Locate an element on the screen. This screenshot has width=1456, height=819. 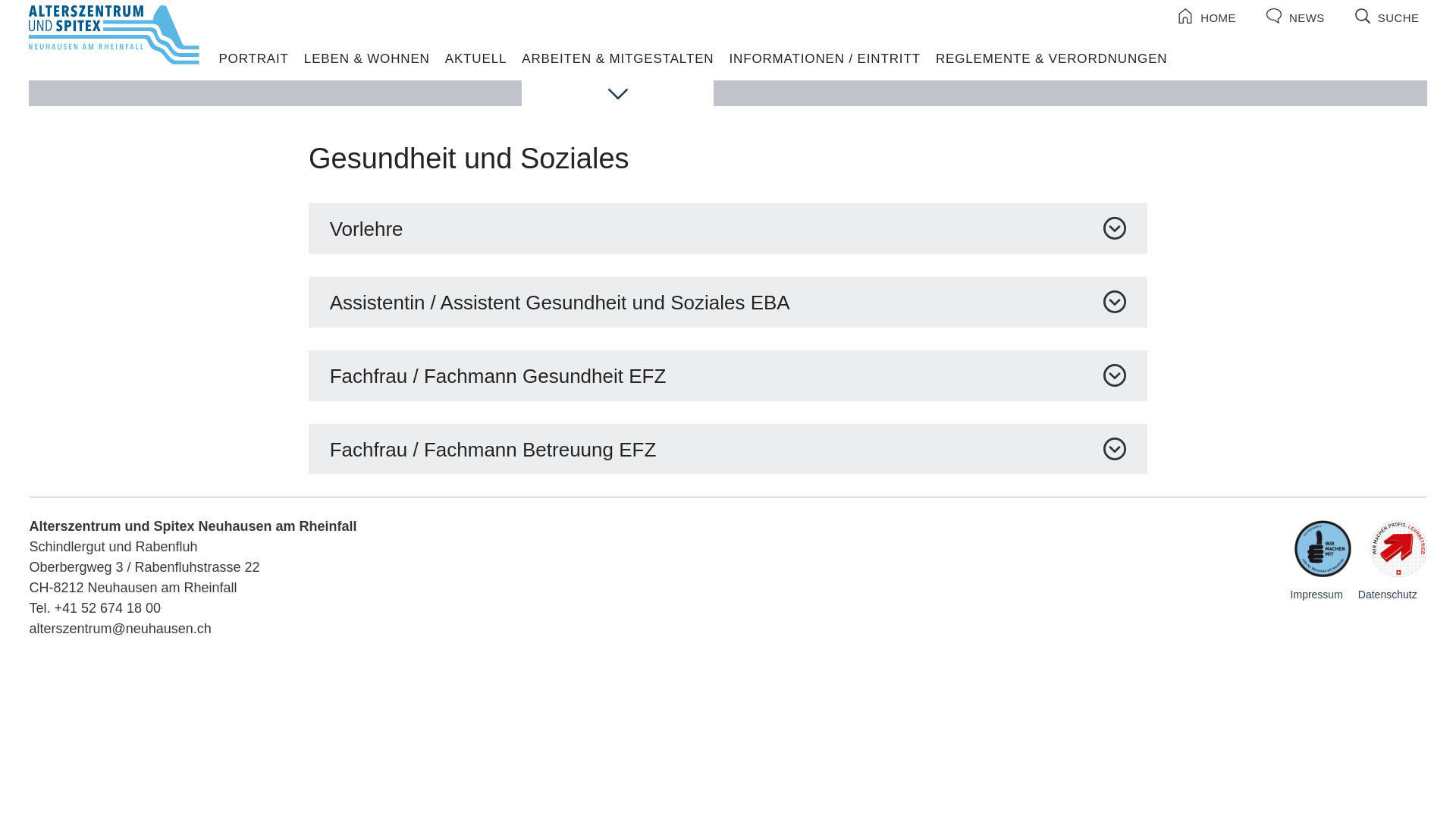
'Impressum' is located at coordinates (1290, 593).